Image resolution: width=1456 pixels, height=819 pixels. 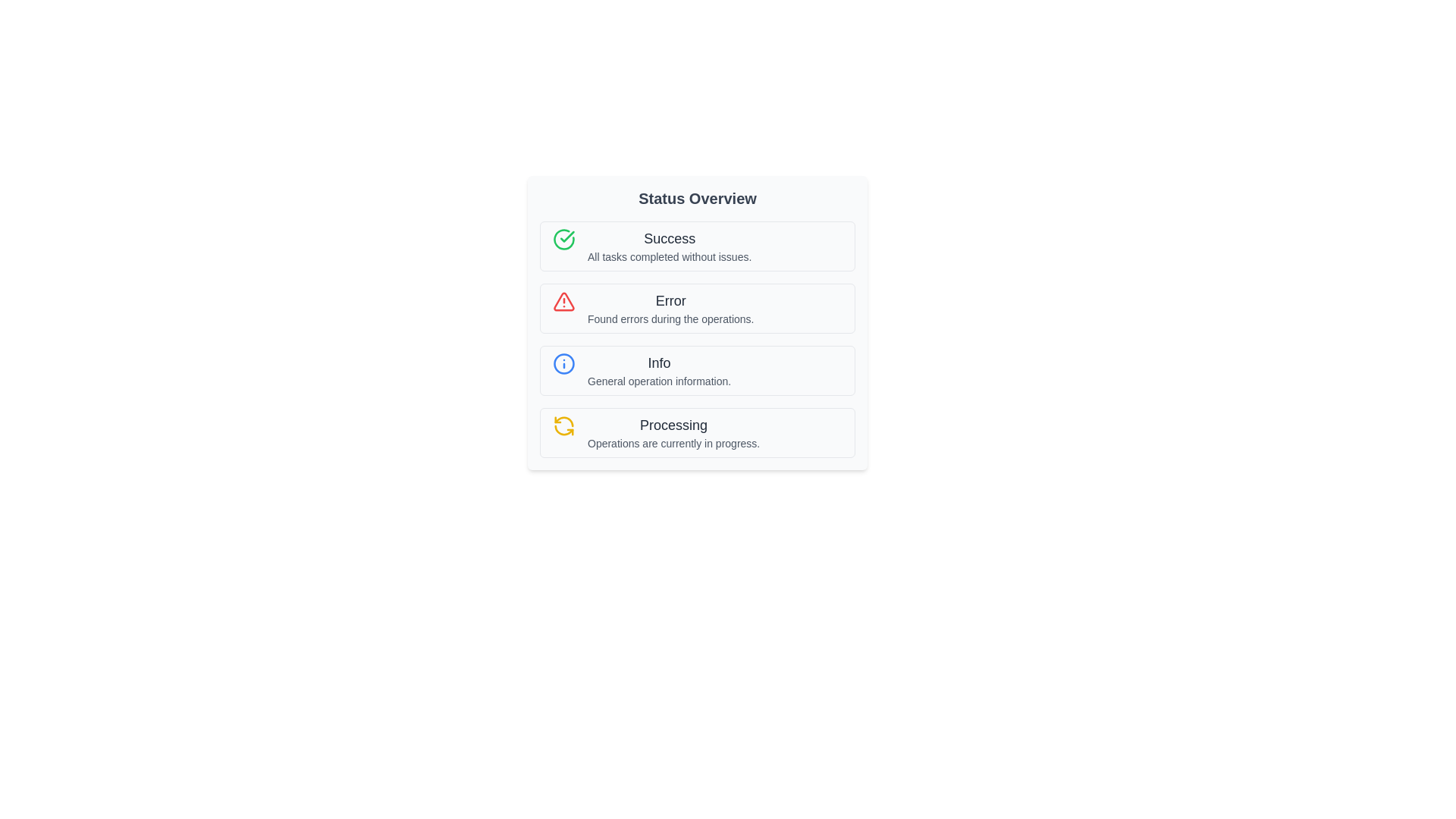 I want to click on the text element providing clarification about the ongoing operation status located below the 'Processing' label and to the right of the processing state icon, so click(x=673, y=444).